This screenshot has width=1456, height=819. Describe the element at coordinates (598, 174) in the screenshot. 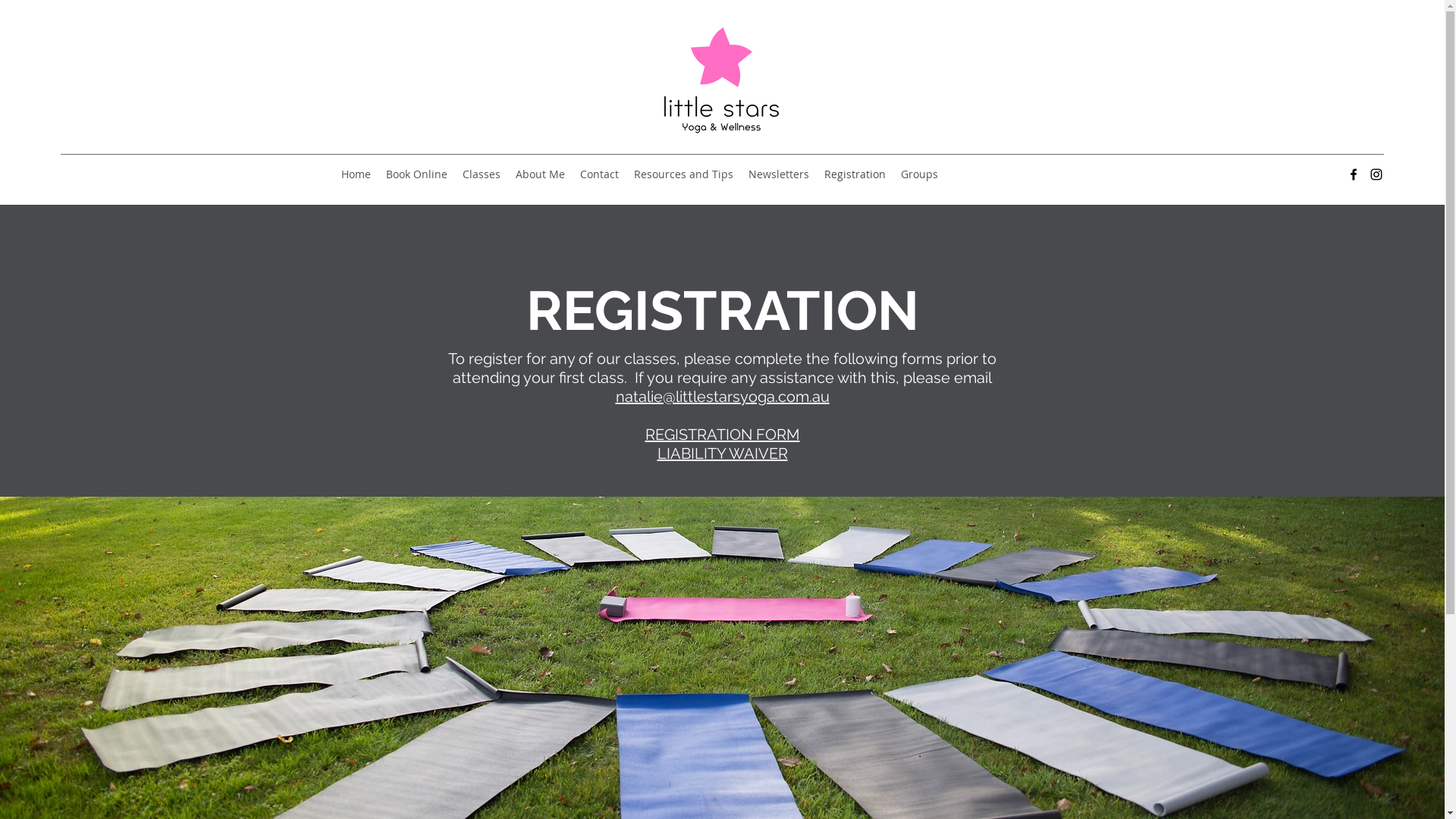

I see `'Contact'` at that location.